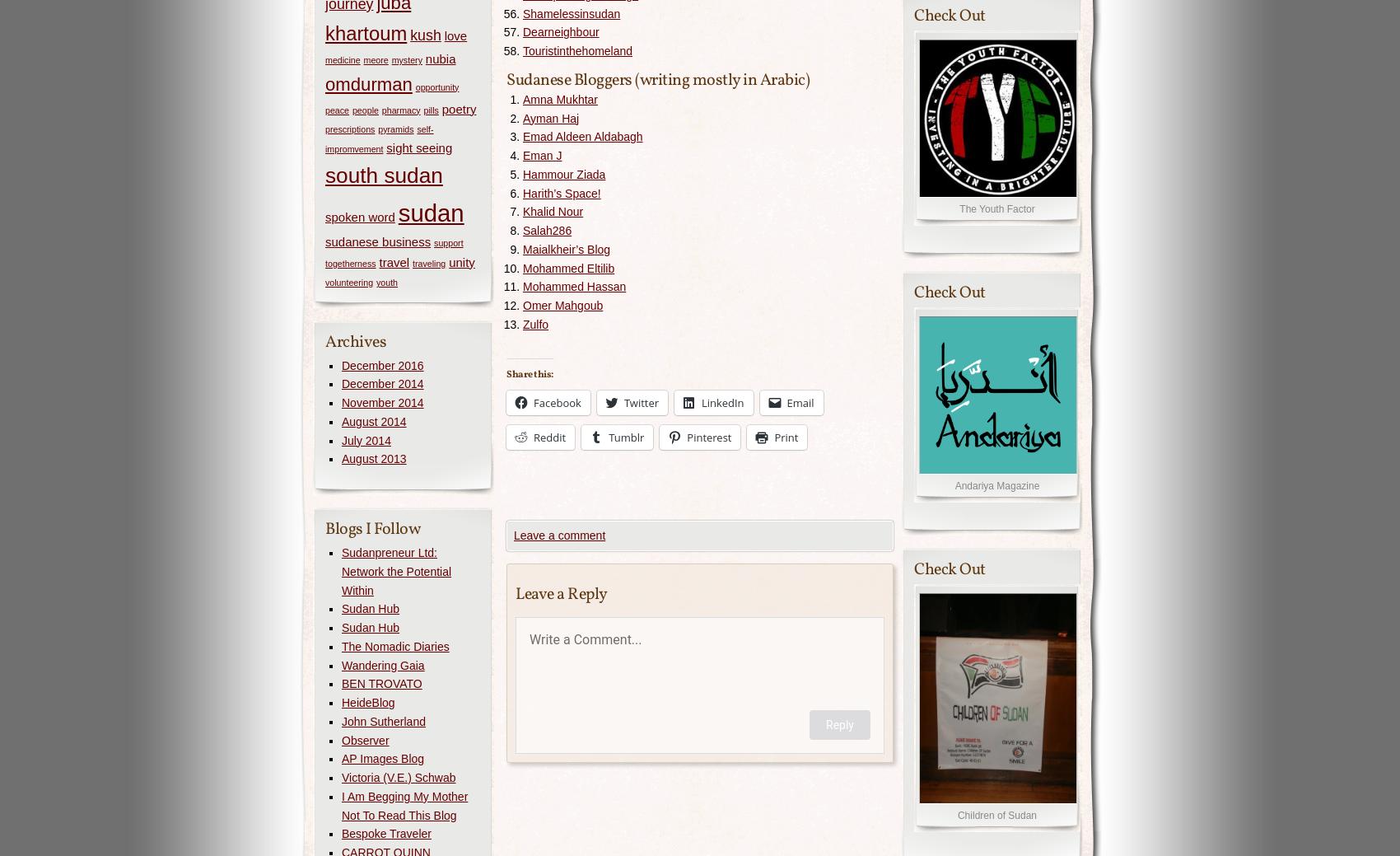 This screenshot has width=1400, height=856. I want to click on 'Emad Aldeen Aldabagh', so click(582, 136).